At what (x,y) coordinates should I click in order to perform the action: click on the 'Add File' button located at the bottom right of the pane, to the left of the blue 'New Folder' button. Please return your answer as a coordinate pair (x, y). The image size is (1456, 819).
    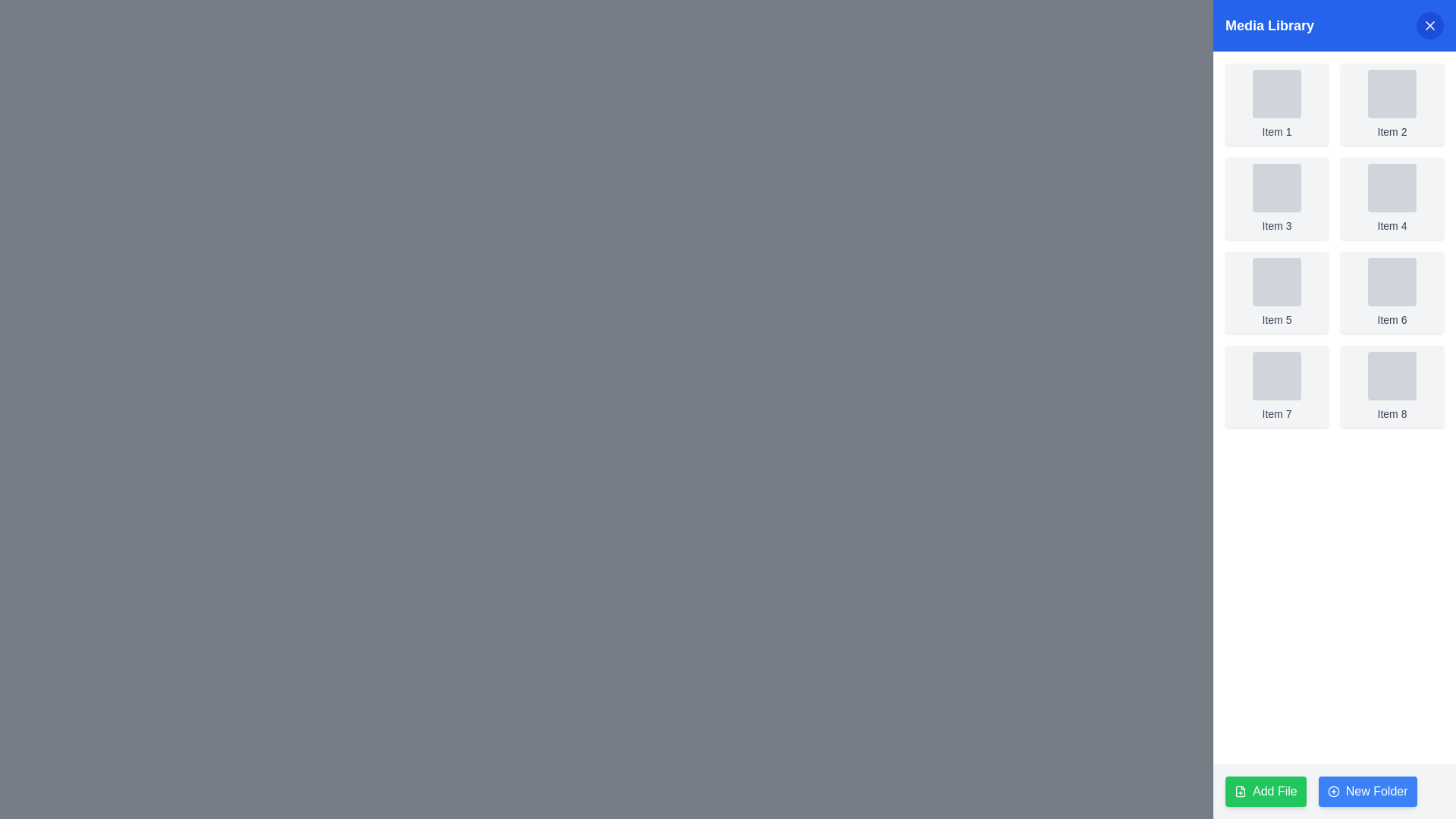
    Looking at the image, I should click on (1266, 791).